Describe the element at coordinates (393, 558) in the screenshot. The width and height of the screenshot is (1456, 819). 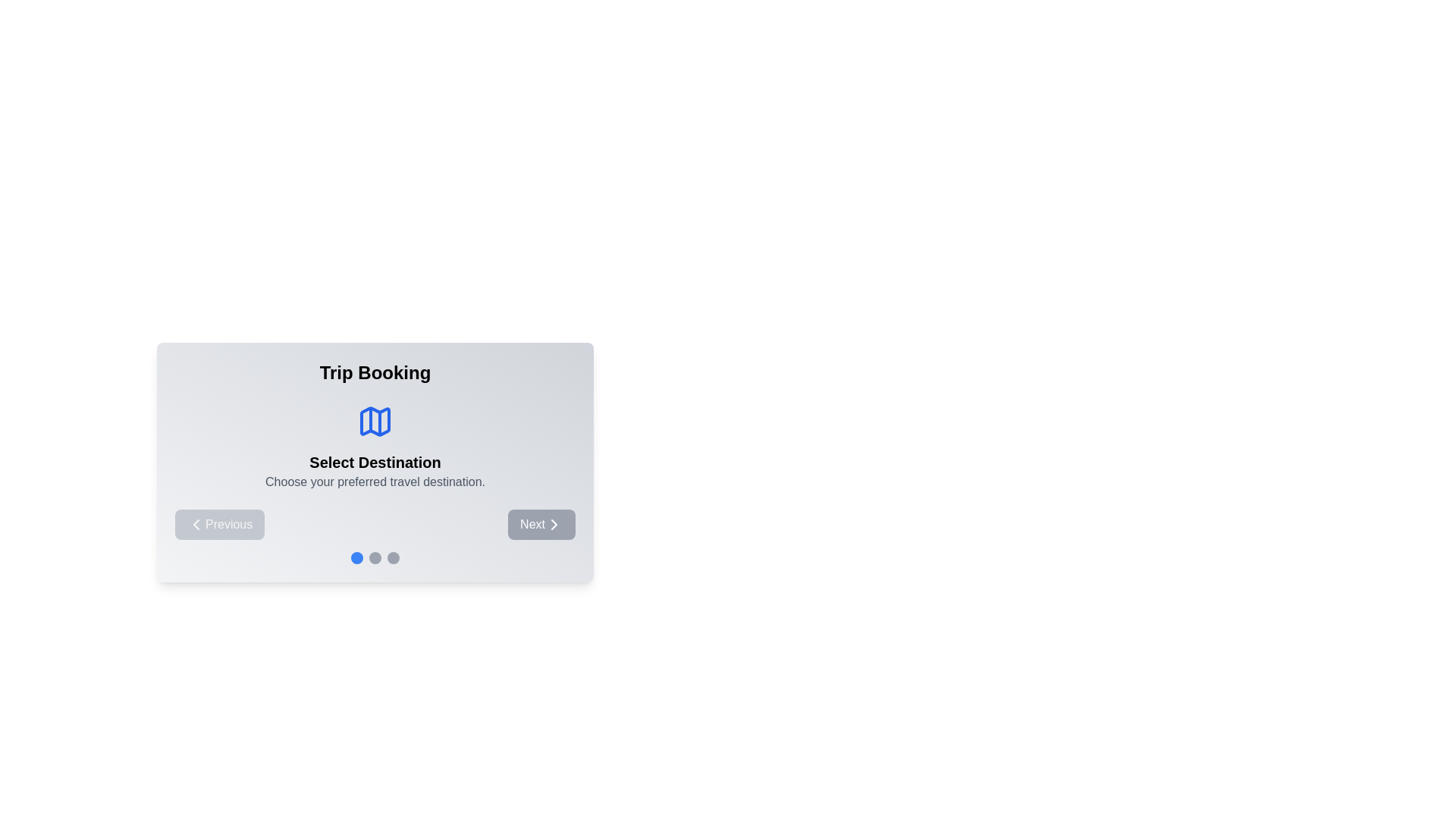
I see `the third circular indicator in the horizontal sequence at the bottom center of the 'Trip Booking' card` at that location.